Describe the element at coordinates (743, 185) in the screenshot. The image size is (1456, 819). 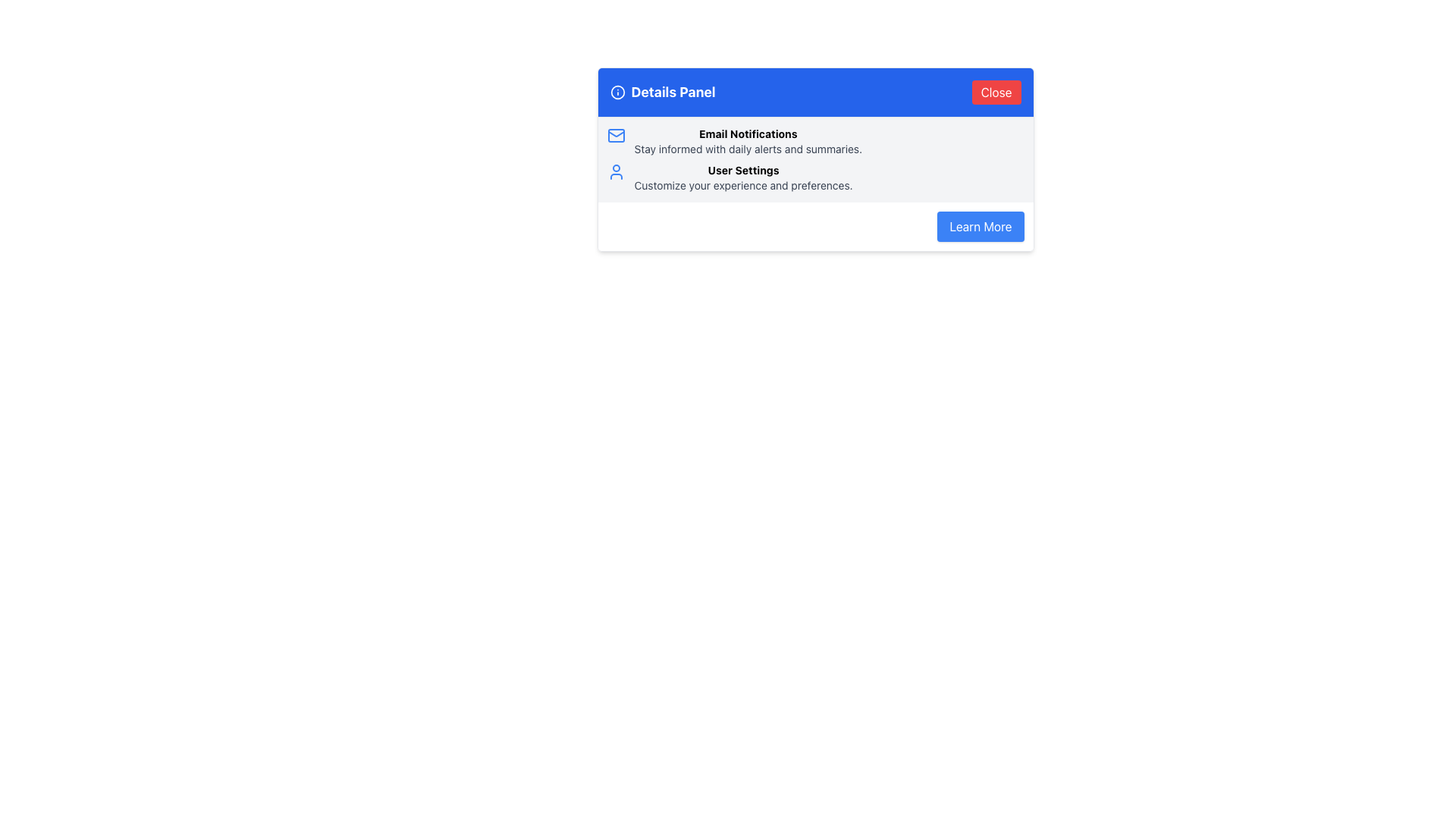
I see `the text label that reads 'Customize your experience and preferences.' located below the 'User Settings' heading` at that location.